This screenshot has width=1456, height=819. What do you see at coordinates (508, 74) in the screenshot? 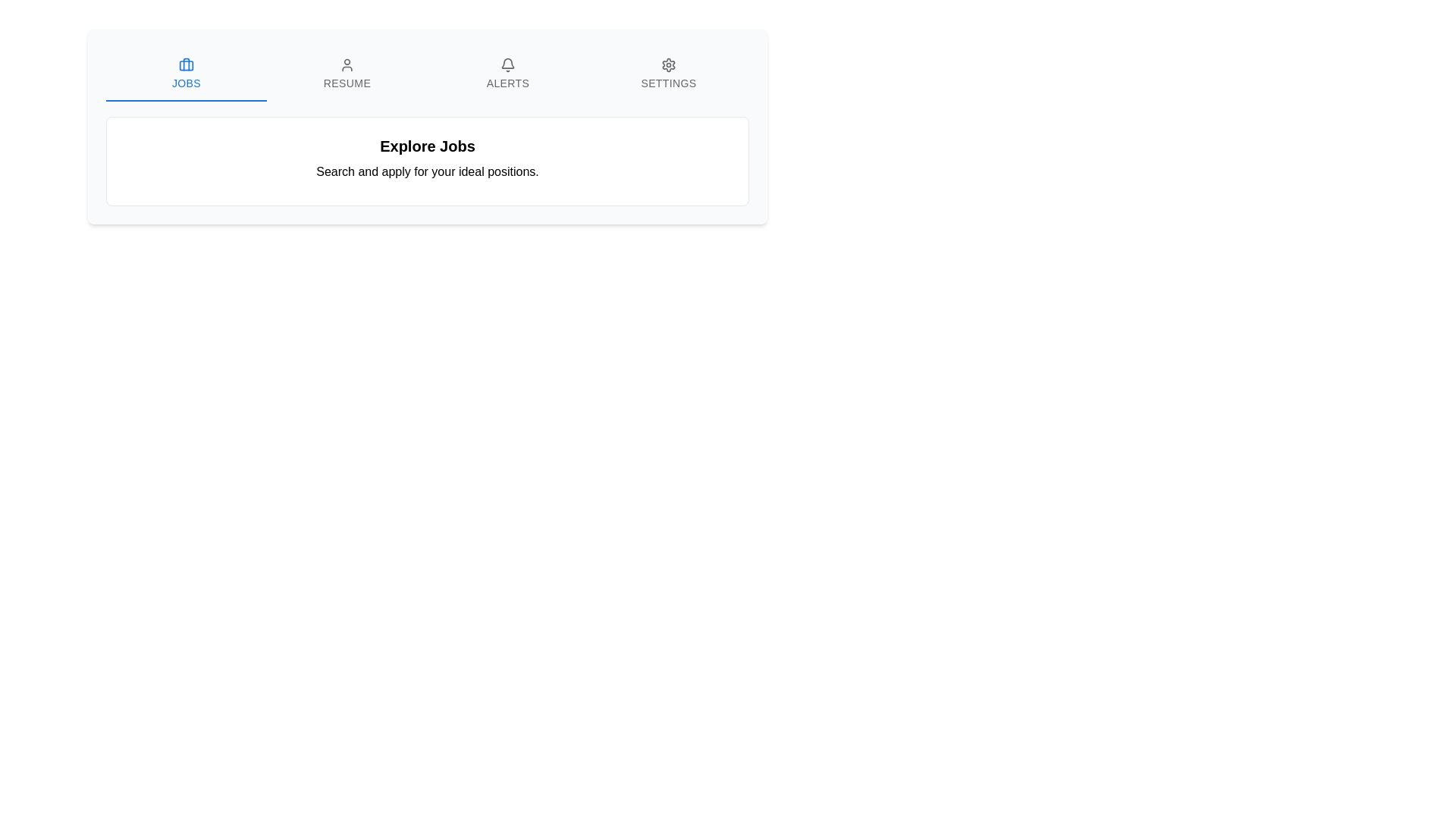
I see `the 'Alerts' button located in the navigation bar, which is the third tab between 'Resume' and 'Settings'` at bounding box center [508, 74].